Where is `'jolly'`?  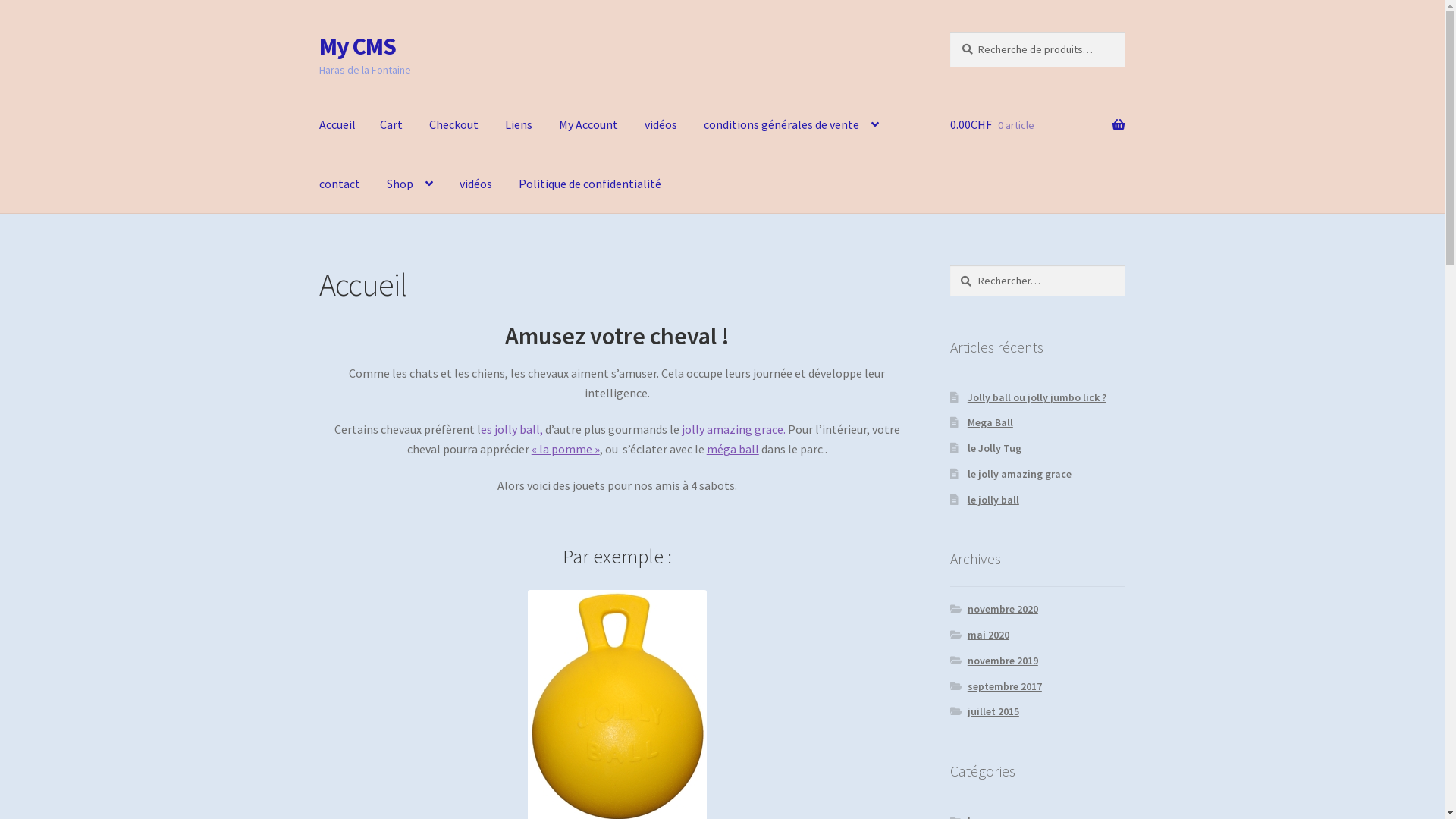
'jolly' is located at coordinates (692, 429).